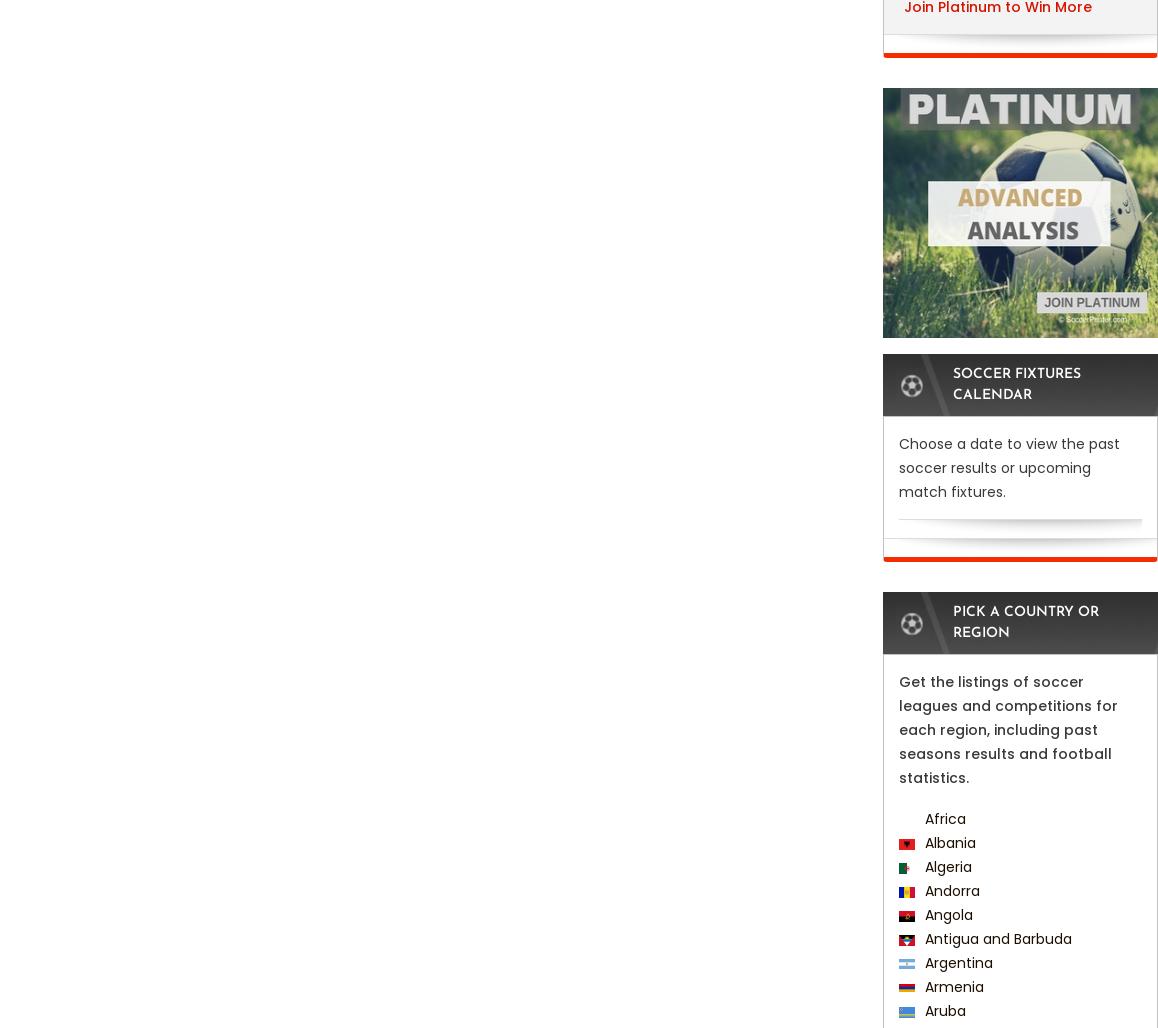 This screenshot has width=1158, height=1028. I want to click on 'Aruba', so click(941, 1010).